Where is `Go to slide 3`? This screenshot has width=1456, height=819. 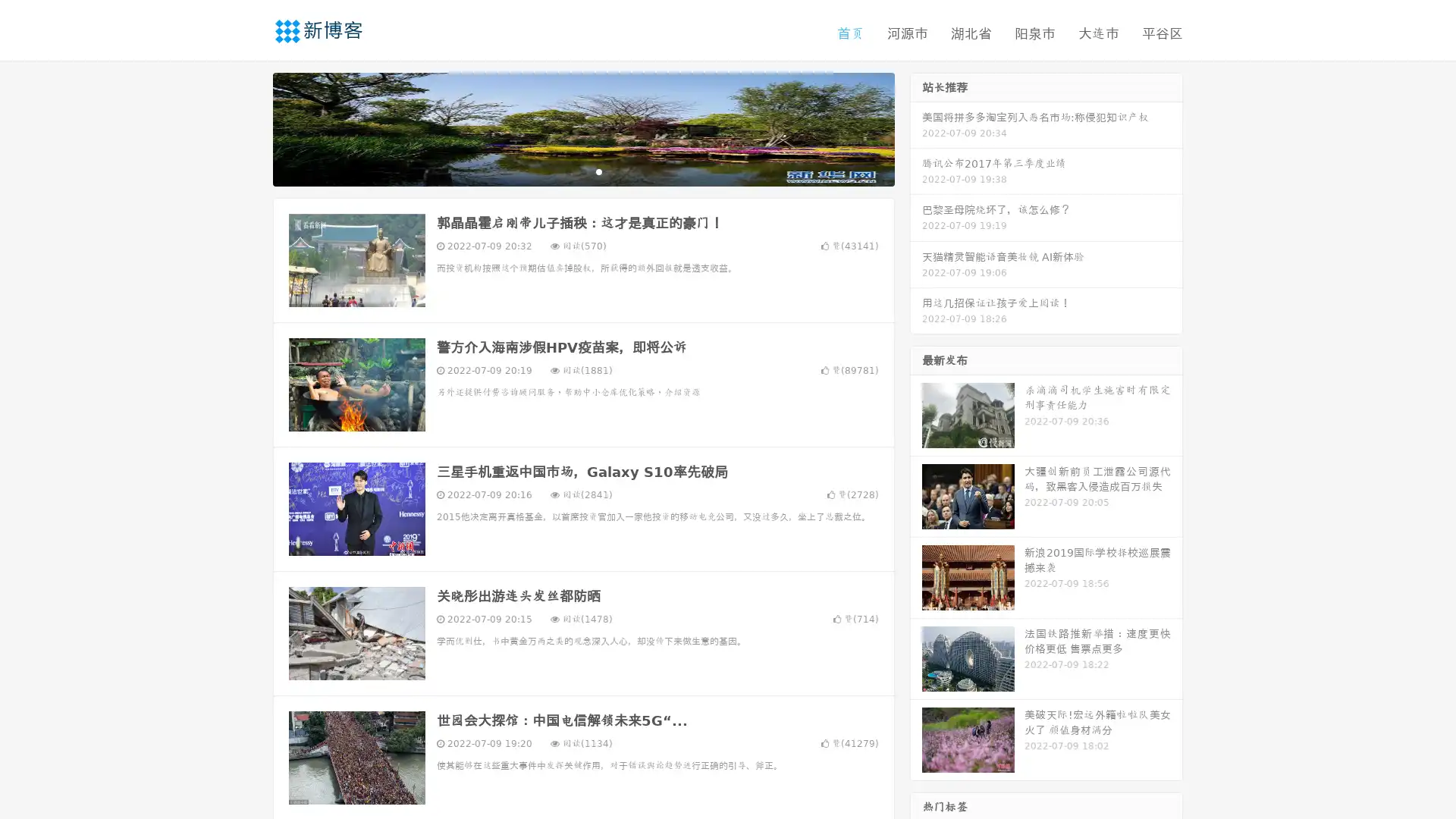
Go to slide 3 is located at coordinates (598, 171).